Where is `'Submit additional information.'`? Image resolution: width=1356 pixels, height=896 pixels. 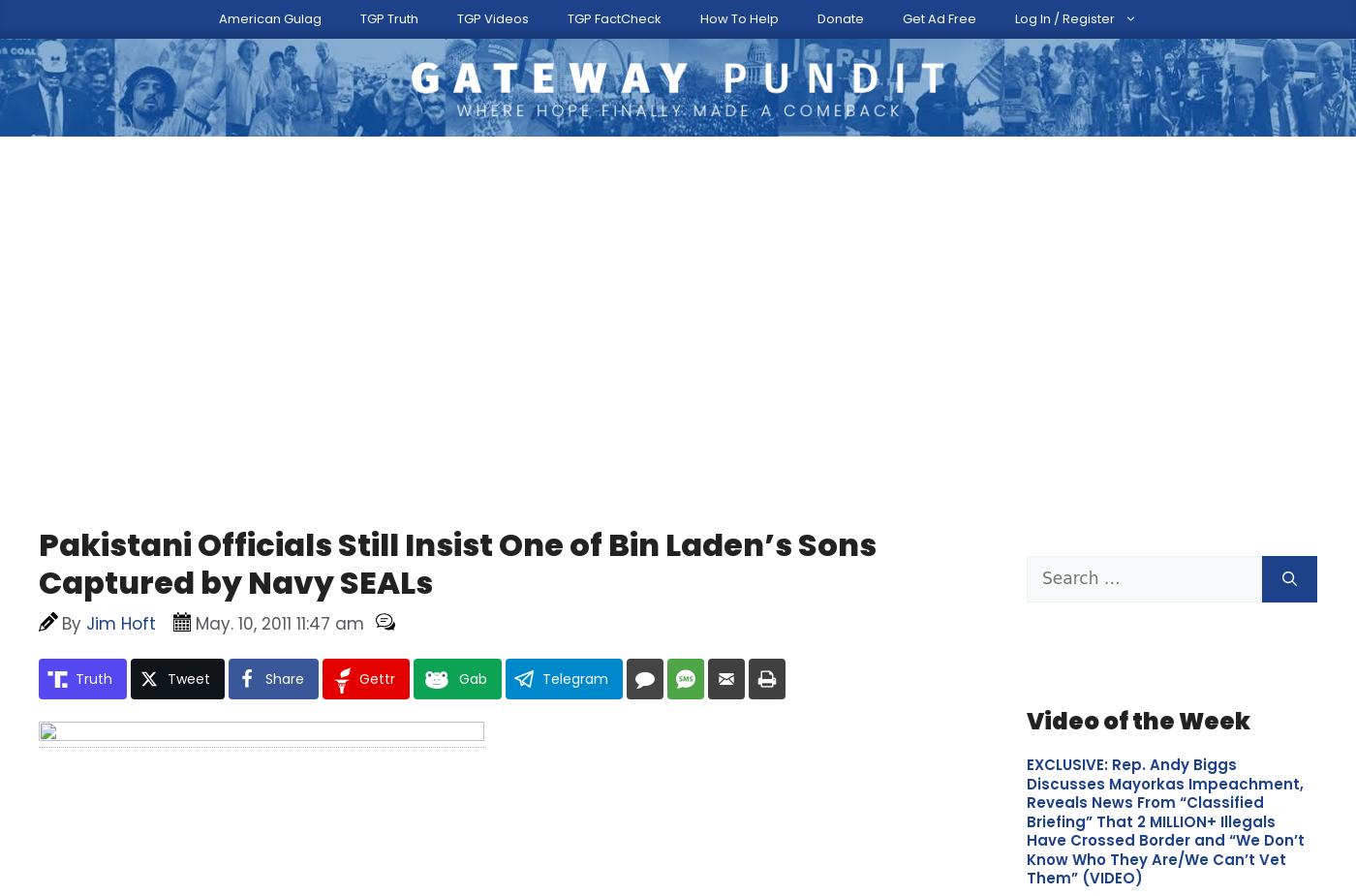
'Submit additional information.' is located at coordinates (39, 514).